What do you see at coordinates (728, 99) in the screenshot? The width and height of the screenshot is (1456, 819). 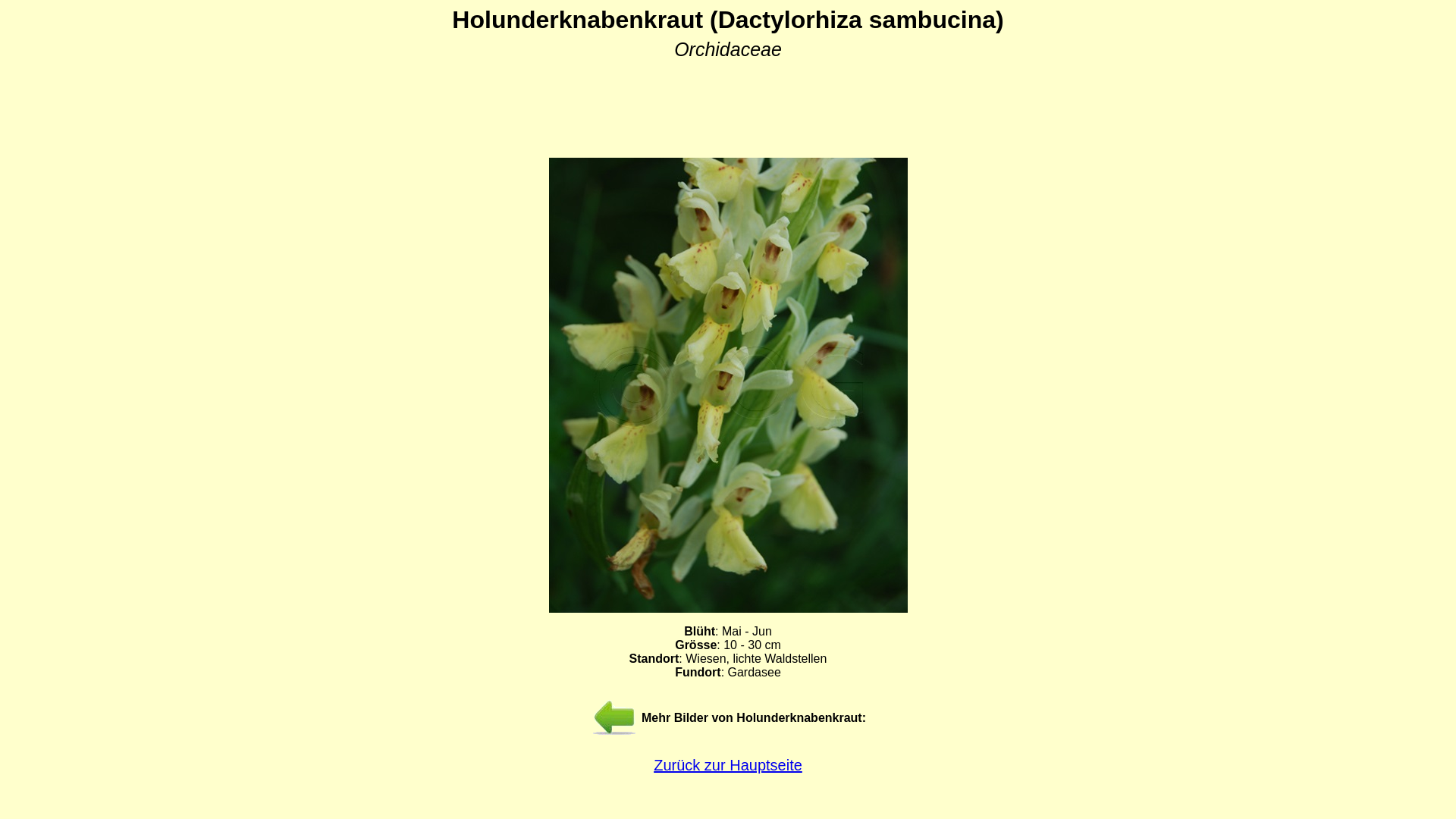 I see `'Advertisement'` at bounding box center [728, 99].